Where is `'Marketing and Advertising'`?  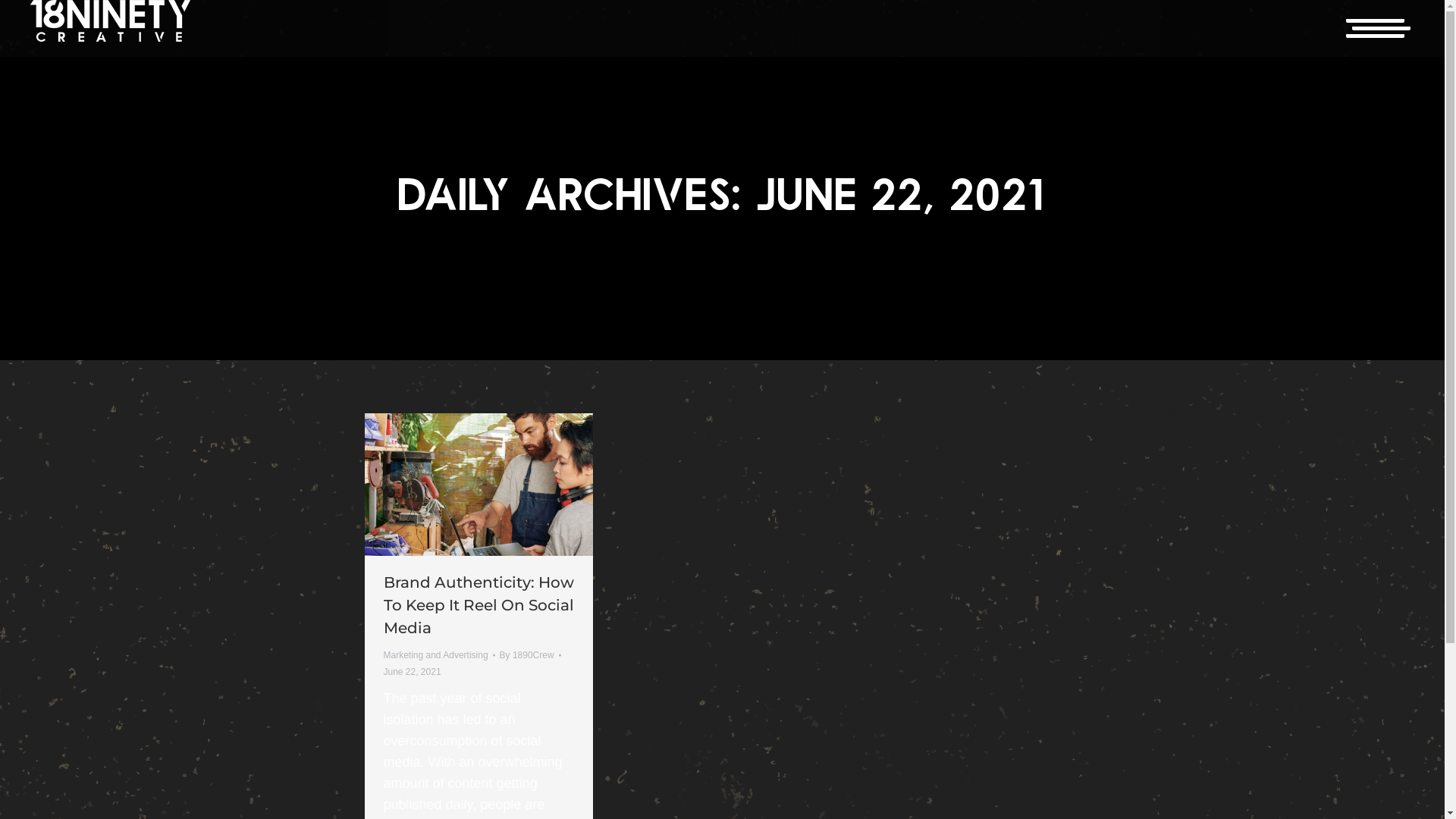 'Marketing and Advertising' is located at coordinates (435, 654).